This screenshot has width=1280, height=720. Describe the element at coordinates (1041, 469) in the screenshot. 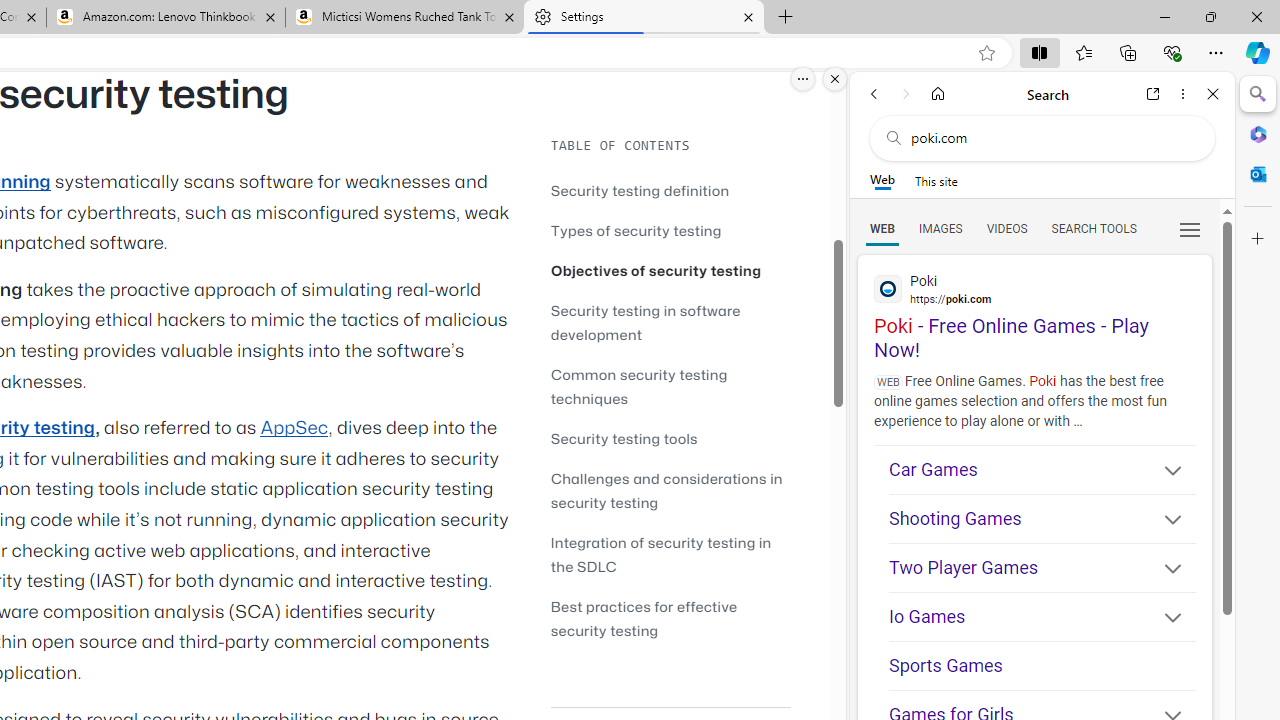

I see `'Car Games'` at that location.